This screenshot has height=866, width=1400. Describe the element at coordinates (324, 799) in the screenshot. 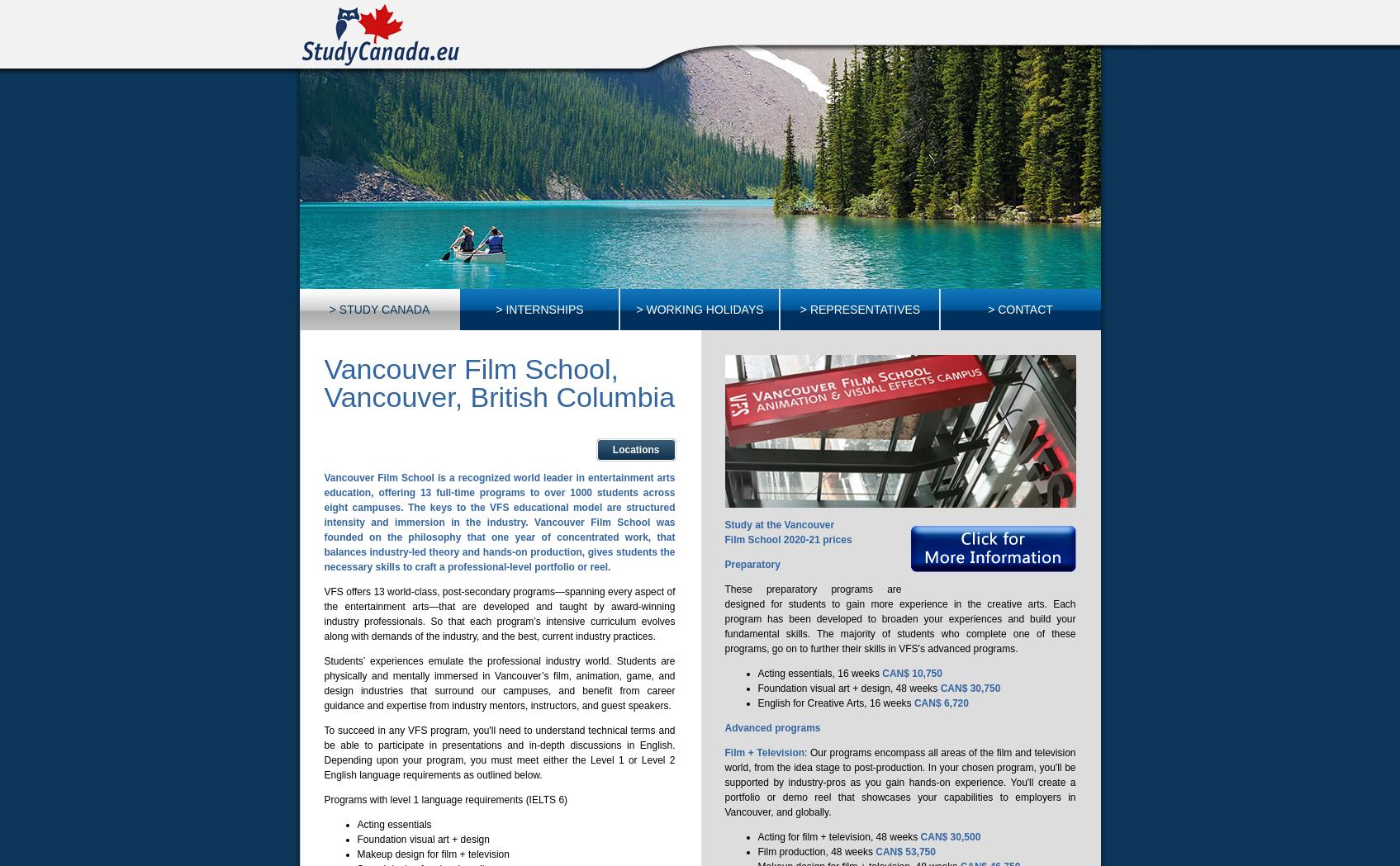

I see `'Programs with level 1 language requirements (IELTS 6)'` at that location.